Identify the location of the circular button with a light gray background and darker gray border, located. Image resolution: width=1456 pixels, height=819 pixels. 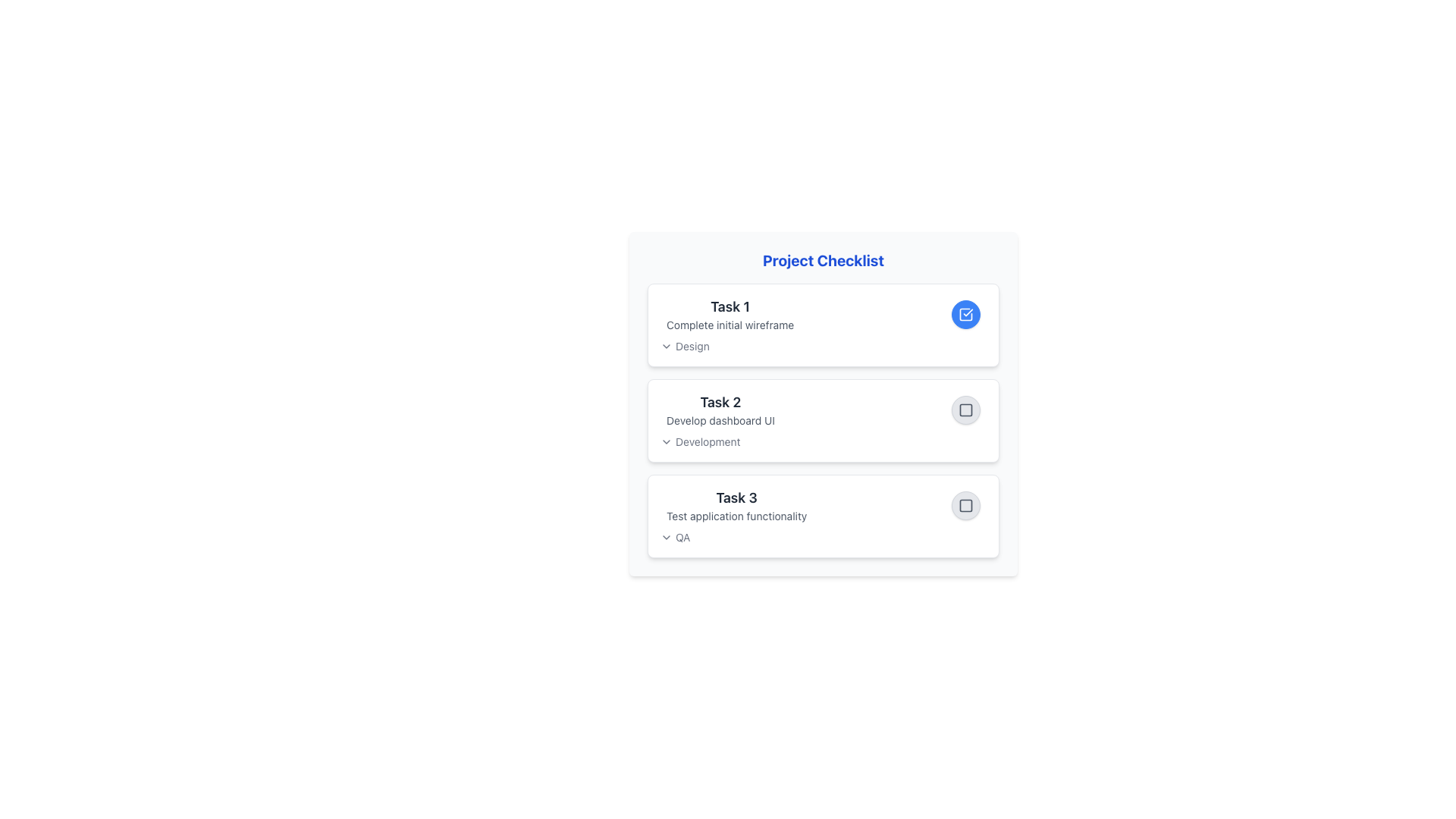
(965, 506).